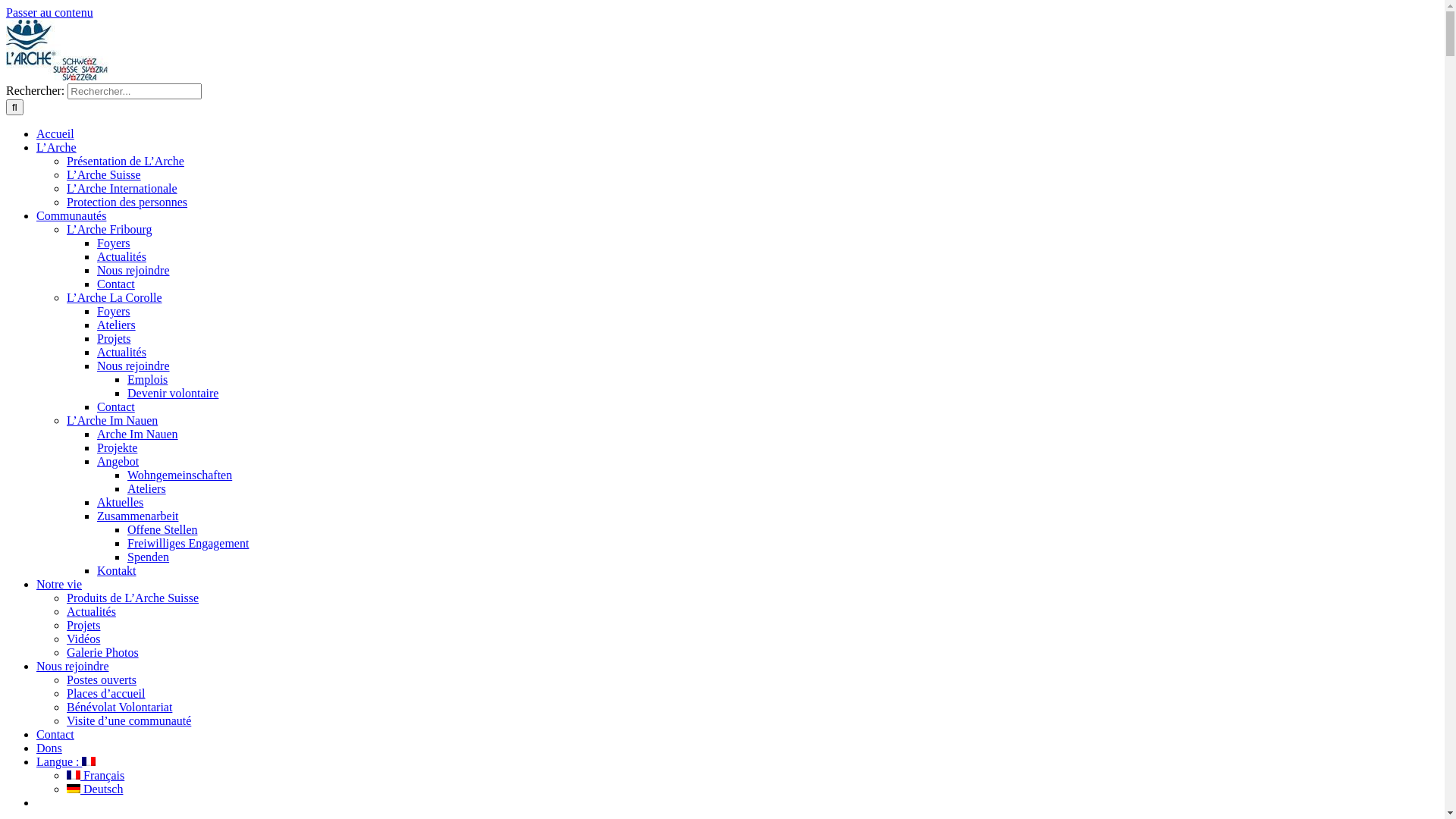 The height and width of the screenshot is (819, 1456). What do you see at coordinates (65, 201) in the screenshot?
I see `'Protection des personnes'` at bounding box center [65, 201].